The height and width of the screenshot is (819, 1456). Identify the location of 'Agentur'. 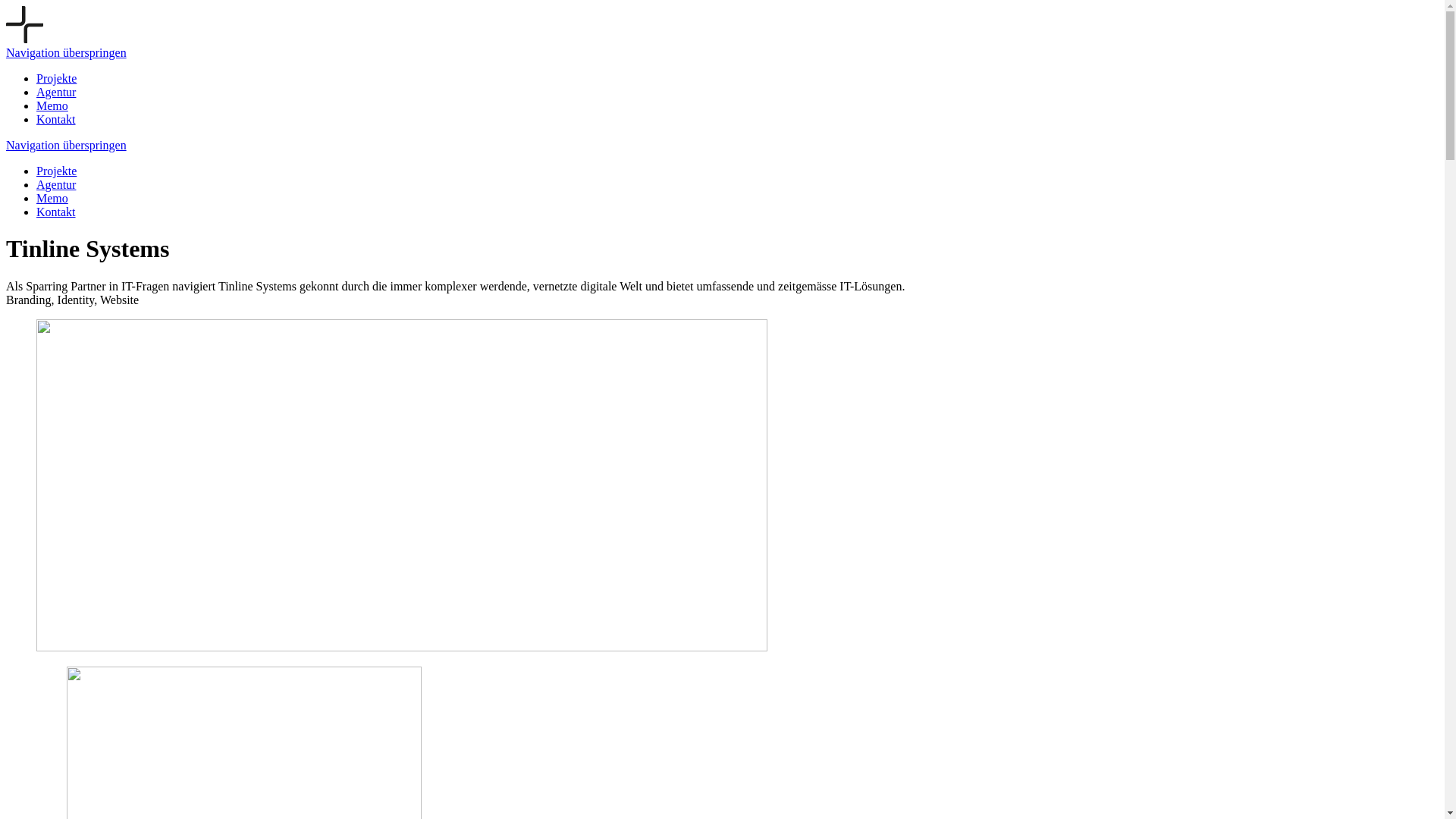
(55, 92).